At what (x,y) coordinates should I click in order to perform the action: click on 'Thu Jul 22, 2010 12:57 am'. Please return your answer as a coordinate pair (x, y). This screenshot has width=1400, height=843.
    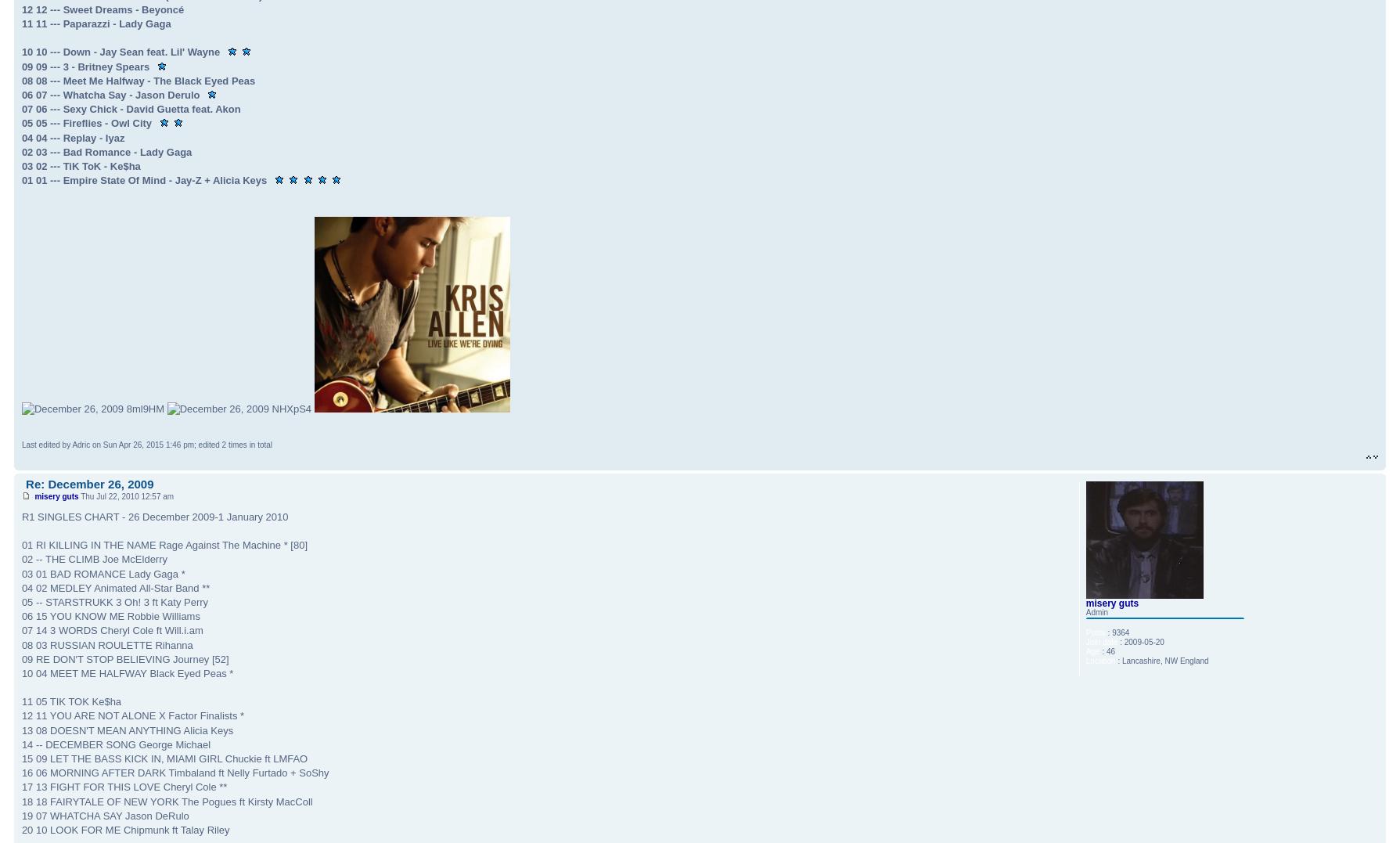
    Looking at the image, I should click on (126, 495).